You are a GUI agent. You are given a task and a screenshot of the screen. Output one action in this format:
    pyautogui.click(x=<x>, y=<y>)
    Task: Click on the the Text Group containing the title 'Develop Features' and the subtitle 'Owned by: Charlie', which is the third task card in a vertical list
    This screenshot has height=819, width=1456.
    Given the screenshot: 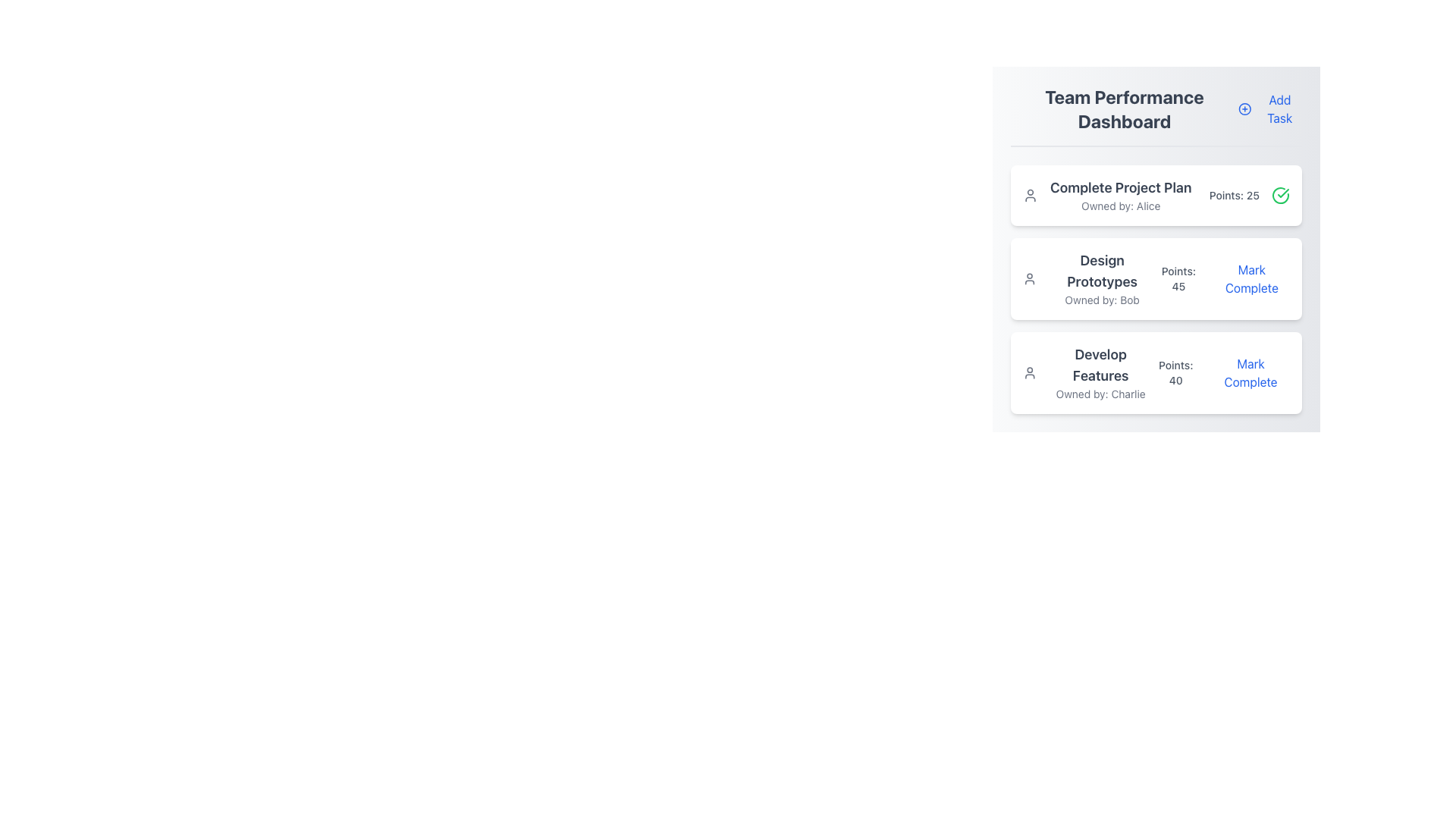 What is the action you would take?
    pyautogui.click(x=1100, y=373)
    